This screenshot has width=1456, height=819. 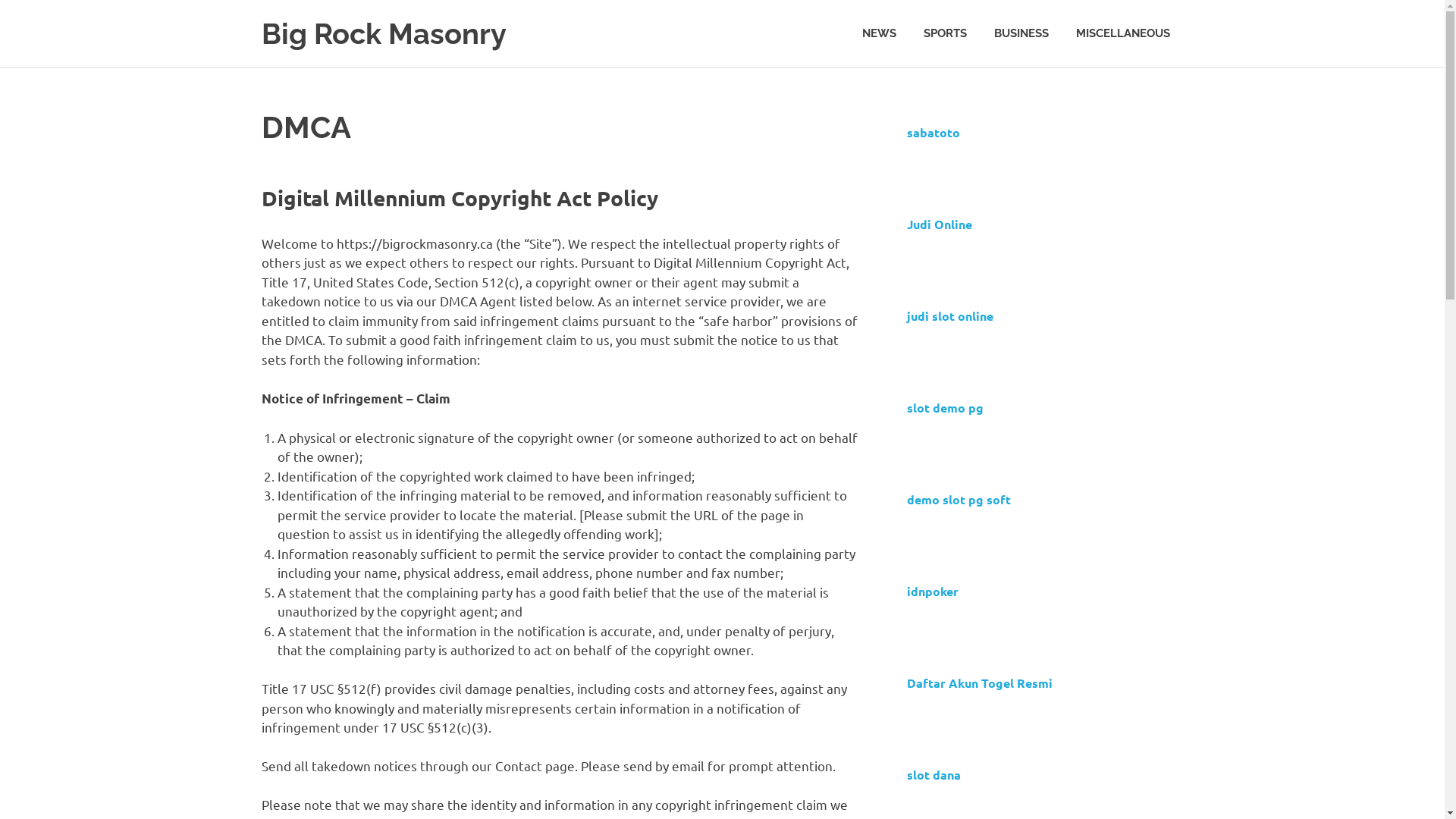 I want to click on 'SPORTS', so click(x=944, y=33).